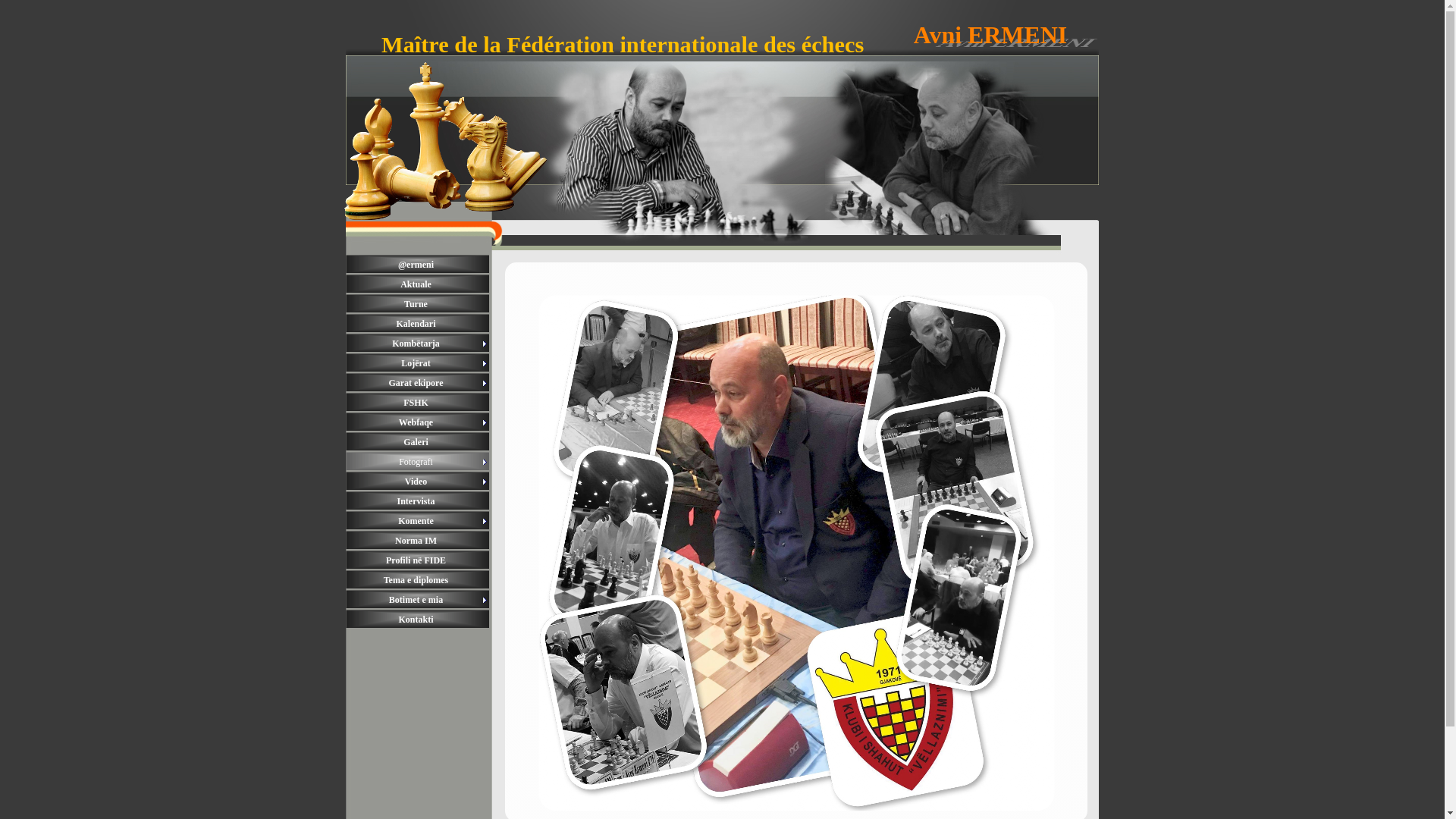 Image resolution: width=1456 pixels, height=819 pixels. What do you see at coordinates (418, 284) in the screenshot?
I see `'Aktuale'` at bounding box center [418, 284].